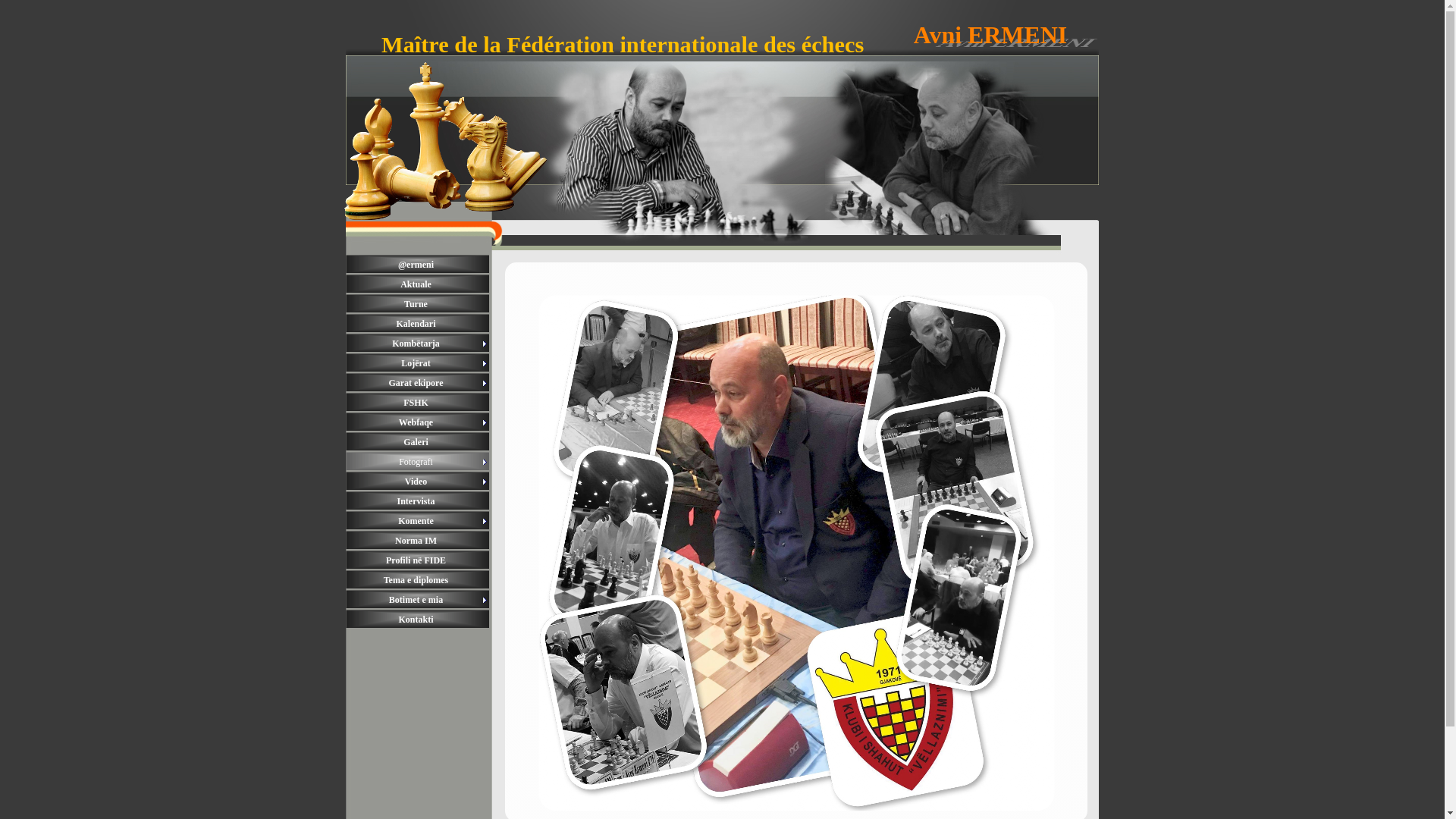 Image resolution: width=1456 pixels, height=819 pixels. What do you see at coordinates (418, 284) in the screenshot?
I see `'Aktuale'` at bounding box center [418, 284].